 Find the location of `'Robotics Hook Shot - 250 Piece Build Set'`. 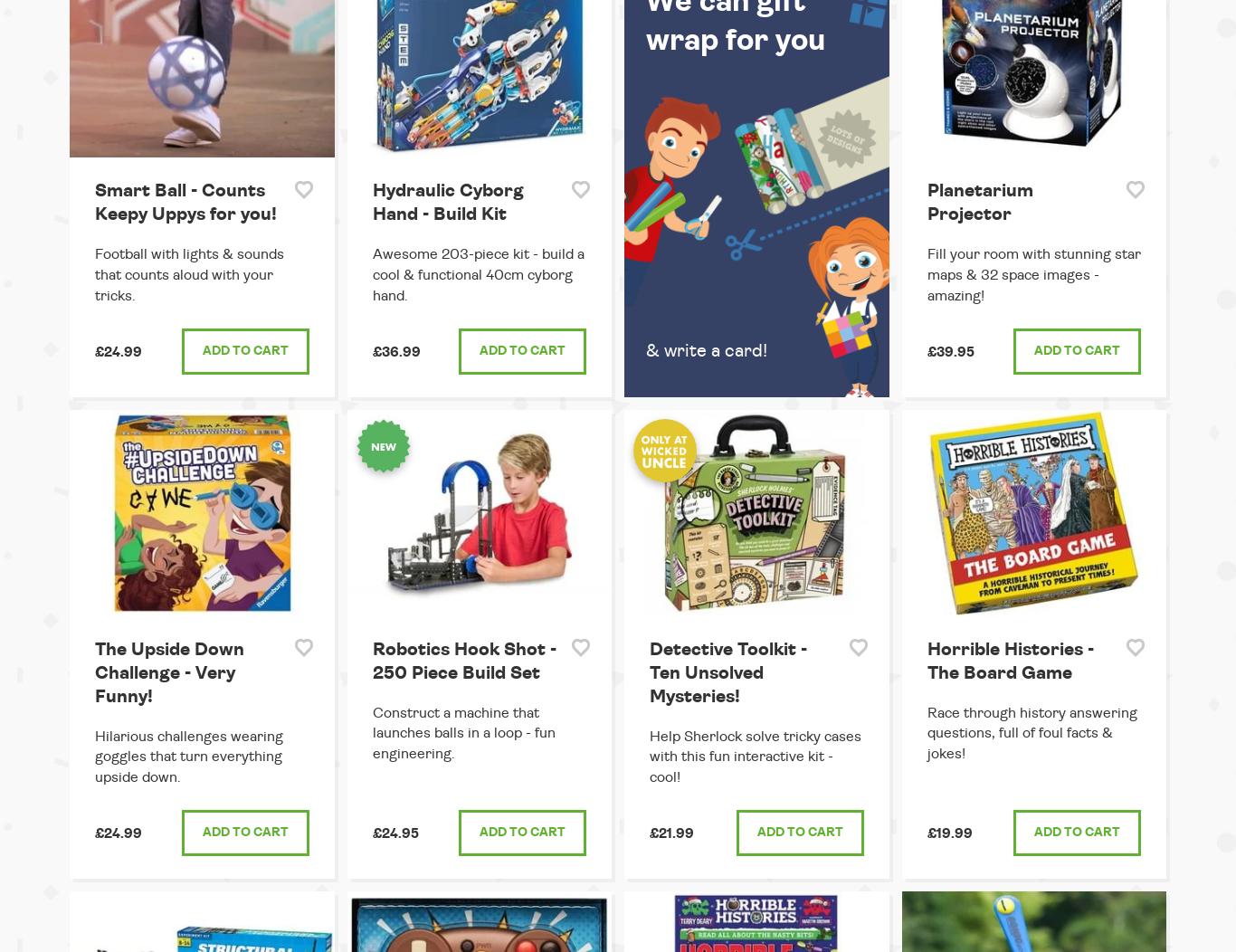

'Robotics Hook Shot - 250 Piece Build Set' is located at coordinates (463, 660).